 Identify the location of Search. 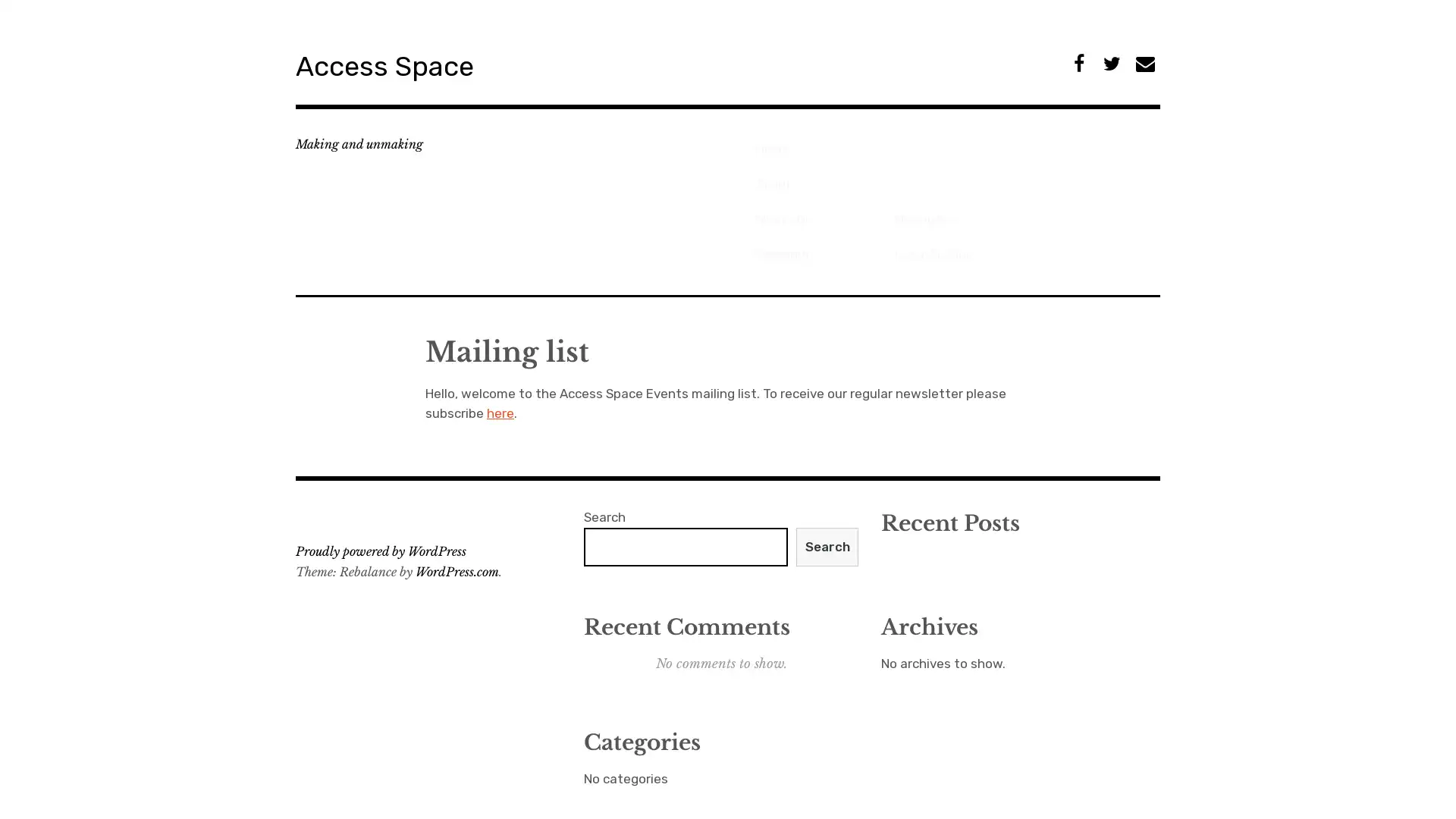
(826, 466).